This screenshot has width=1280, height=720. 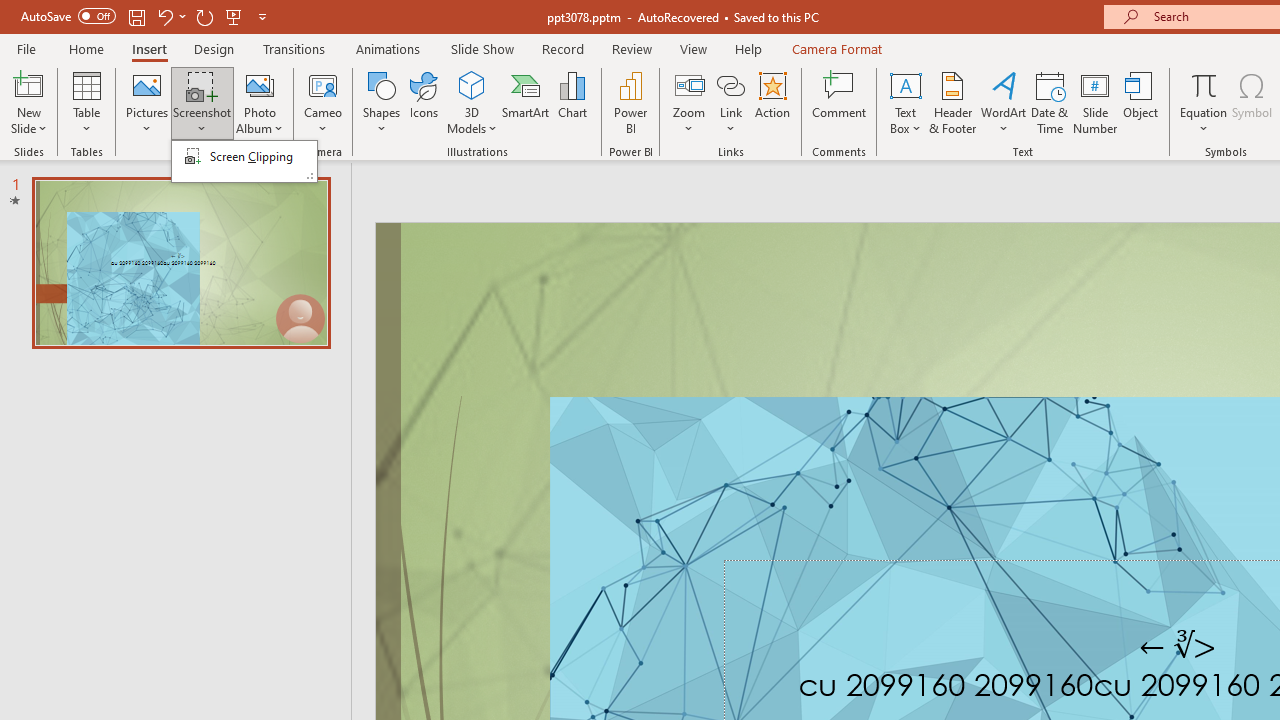 What do you see at coordinates (1004, 103) in the screenshot?
I see `'WordArt'` at bounding box center [1004, 103].